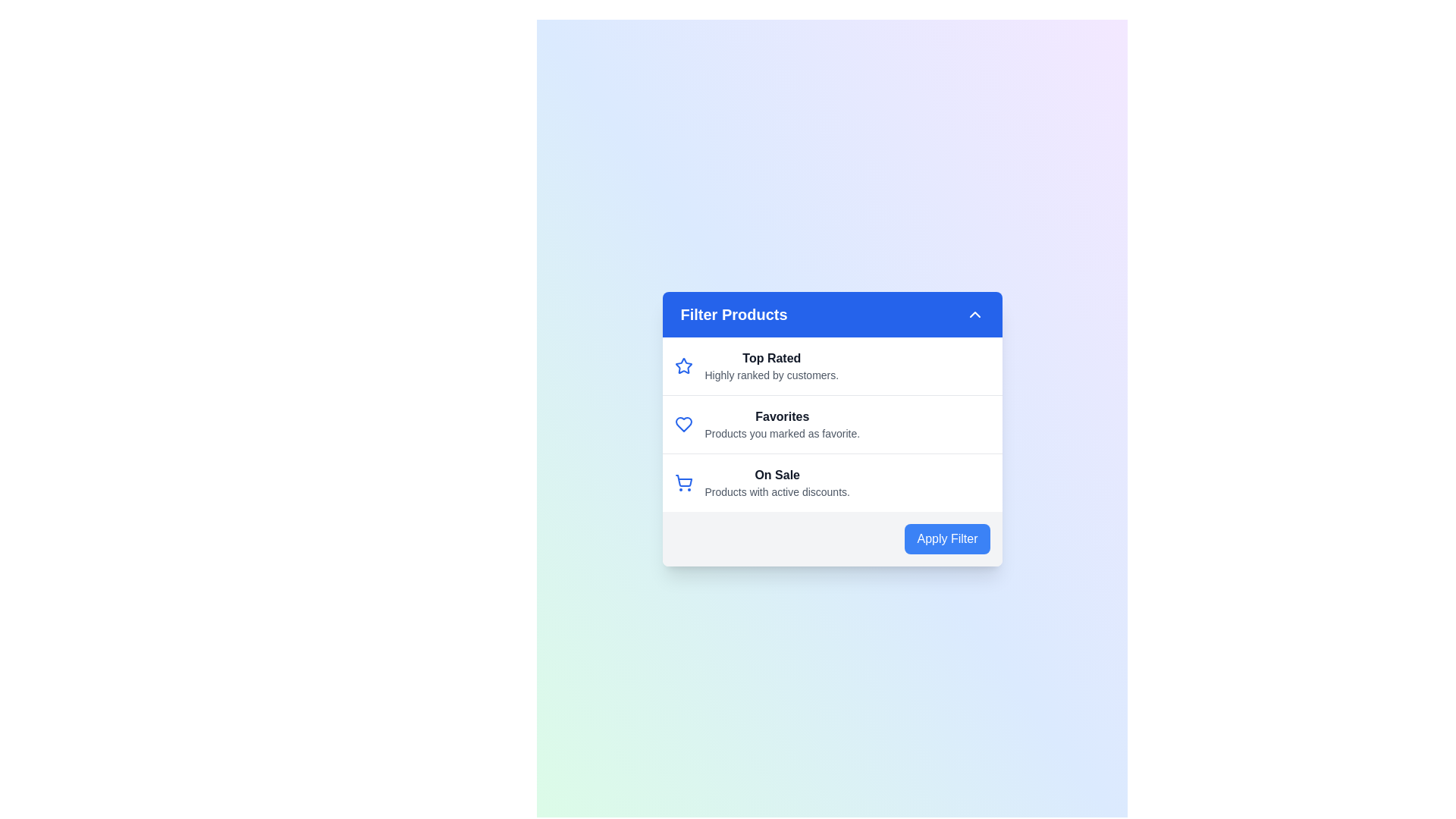  I want to click on expand/collapse button to toggle the visibility of the filter menu, so click(974, 314).